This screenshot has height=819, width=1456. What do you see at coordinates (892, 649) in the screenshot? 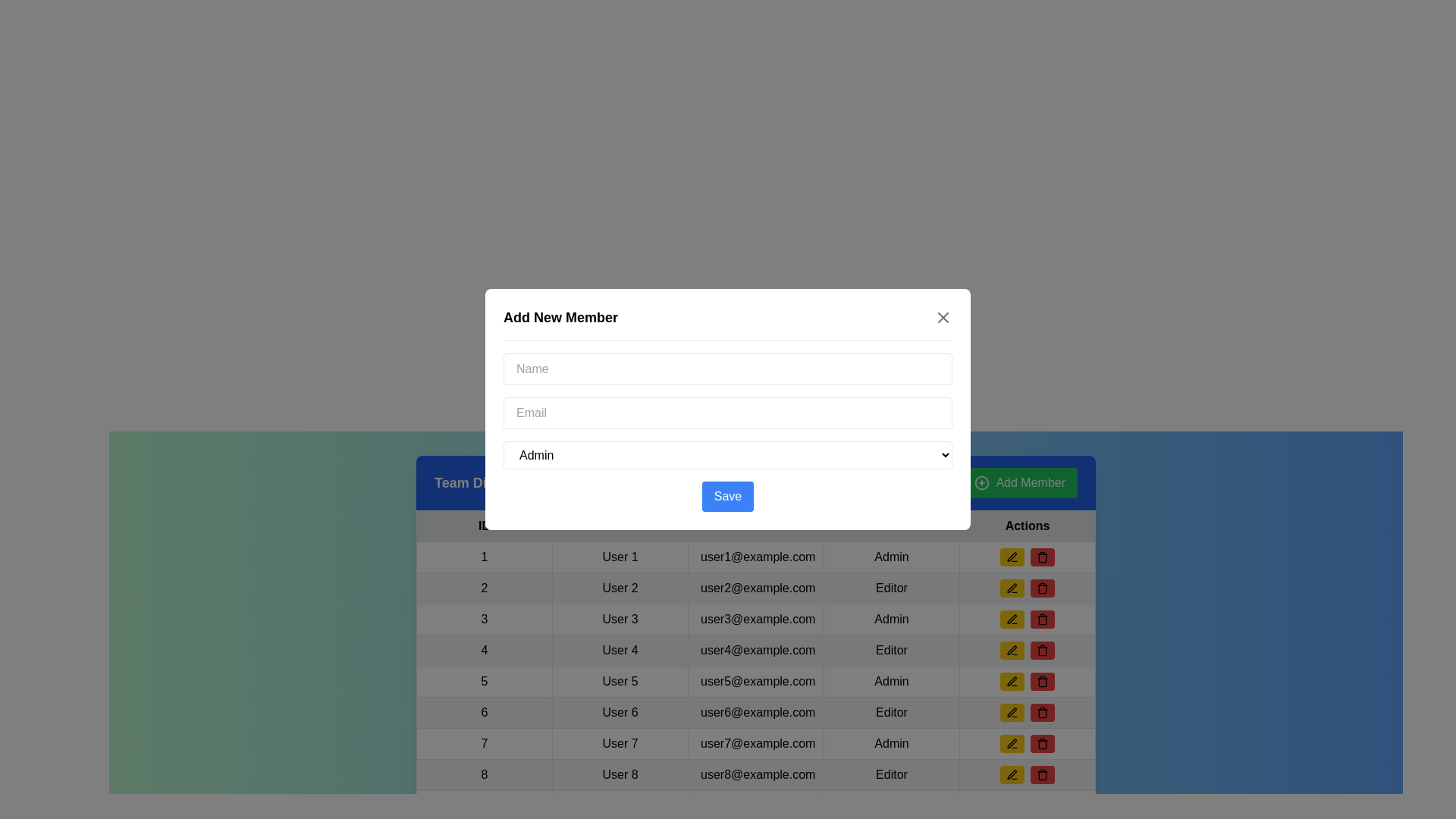
I see `the text label indicating the user's role ('Editor') in the fourth row of the table, which is located directly to the right of the email address ('user4@example.com')` at bounding box center [892, 649].